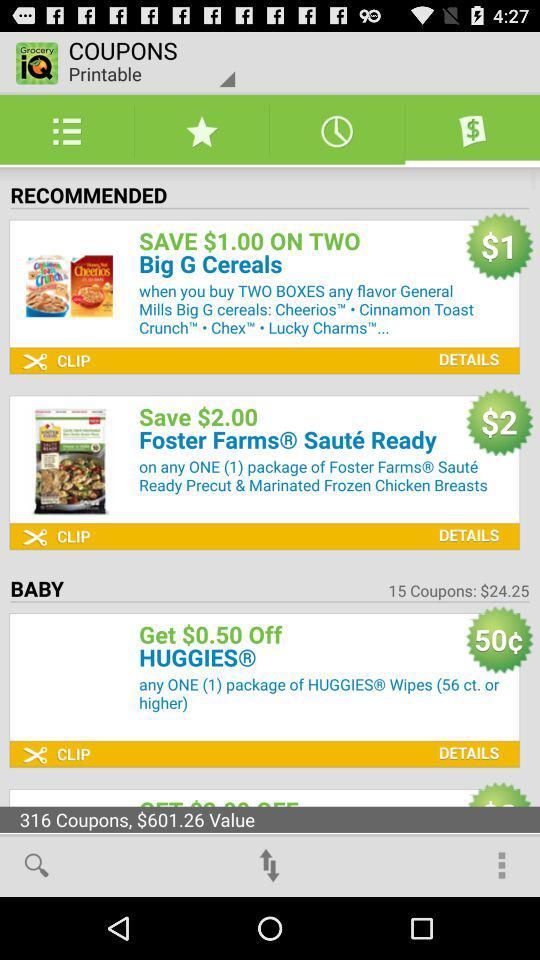 The image size is (540, 960). Describe the element at coordinates (464, 518) in the screenshot. I see `details option` at that location.